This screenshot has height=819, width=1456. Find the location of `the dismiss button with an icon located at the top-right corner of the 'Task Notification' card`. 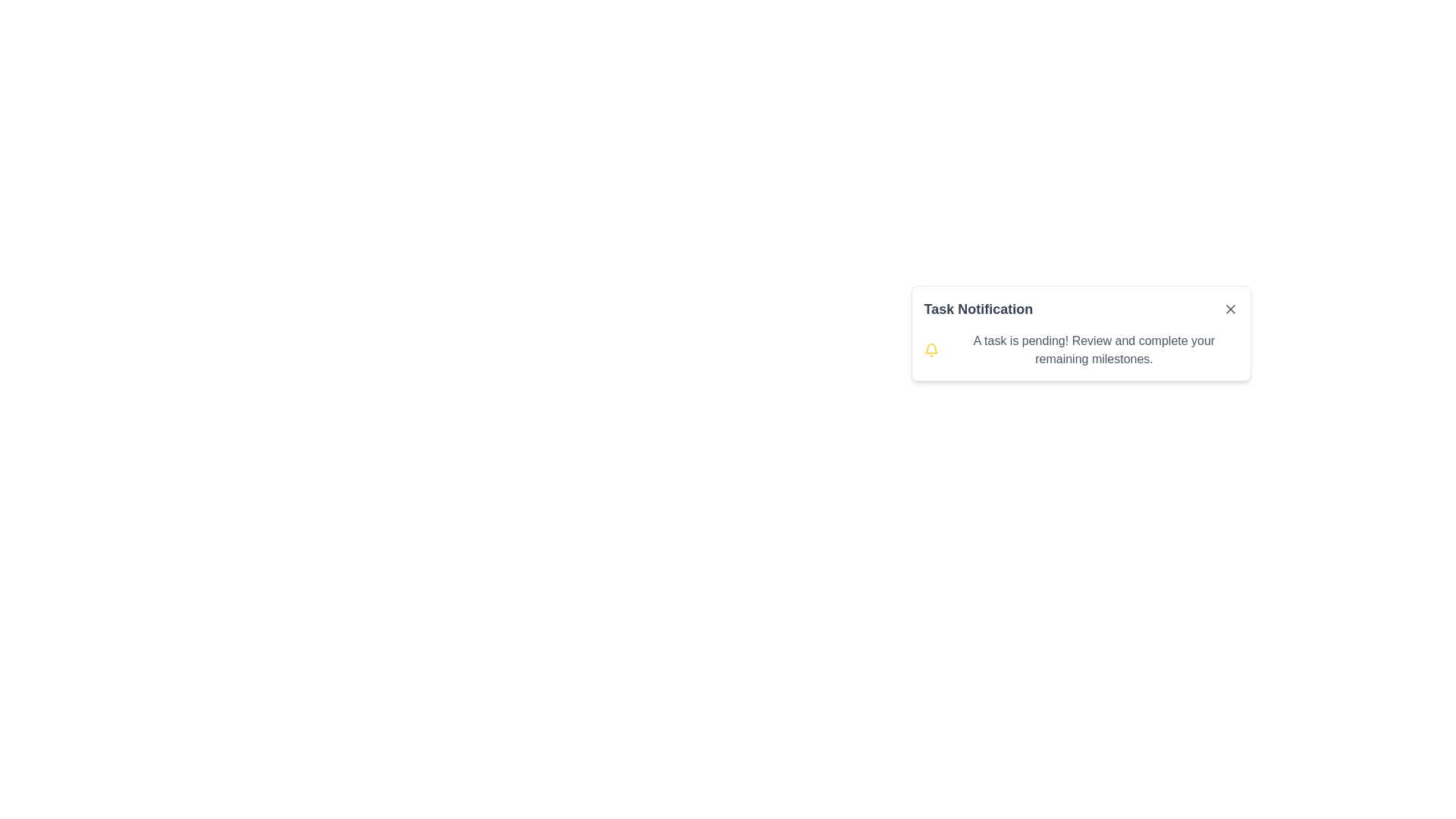

the dismiss button with an icon located at the top-right corner of the 'Task Notification' card is located at coordinates (1230, 309).